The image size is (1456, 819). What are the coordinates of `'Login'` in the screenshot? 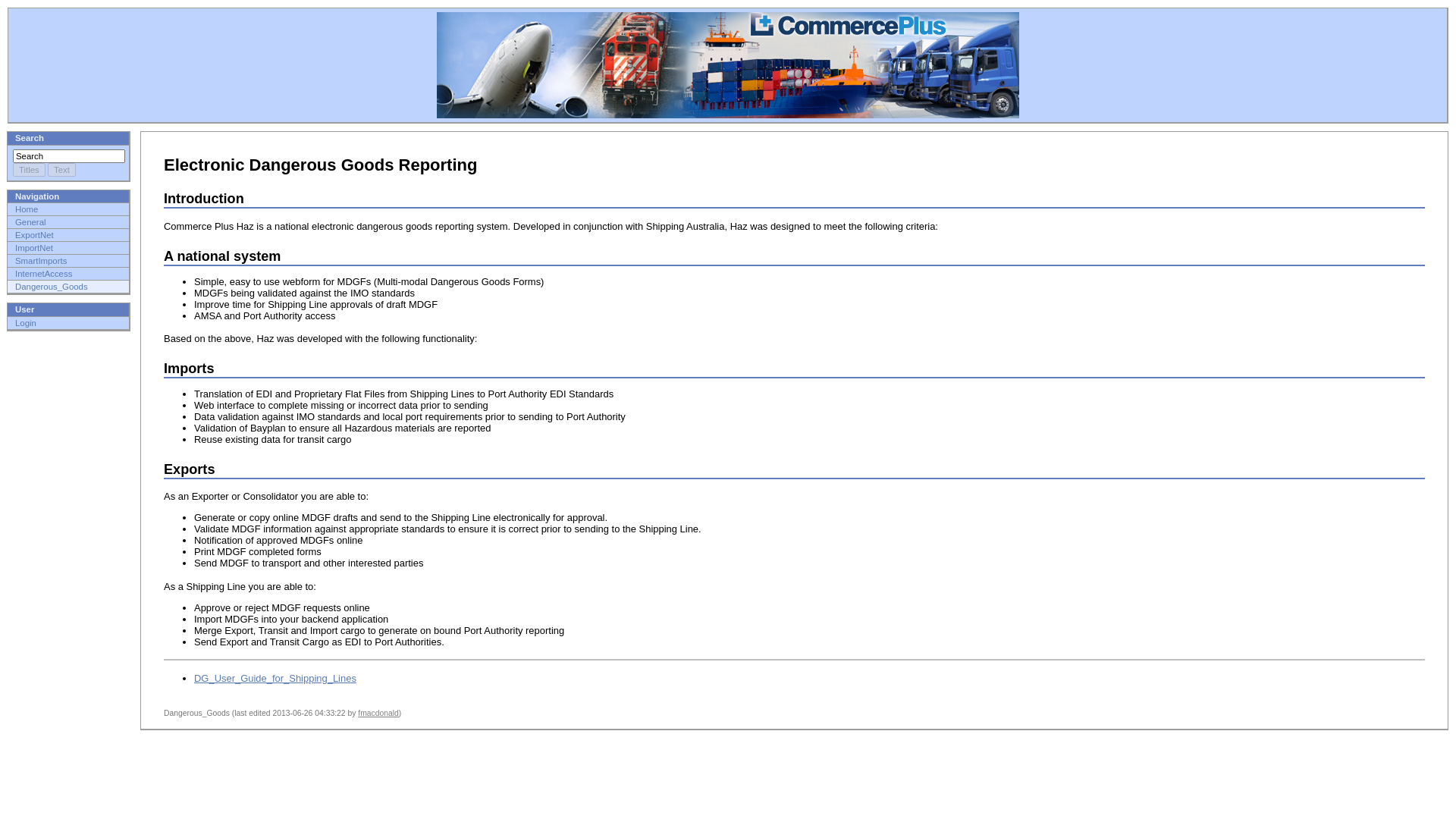 It's located at (14, 322).